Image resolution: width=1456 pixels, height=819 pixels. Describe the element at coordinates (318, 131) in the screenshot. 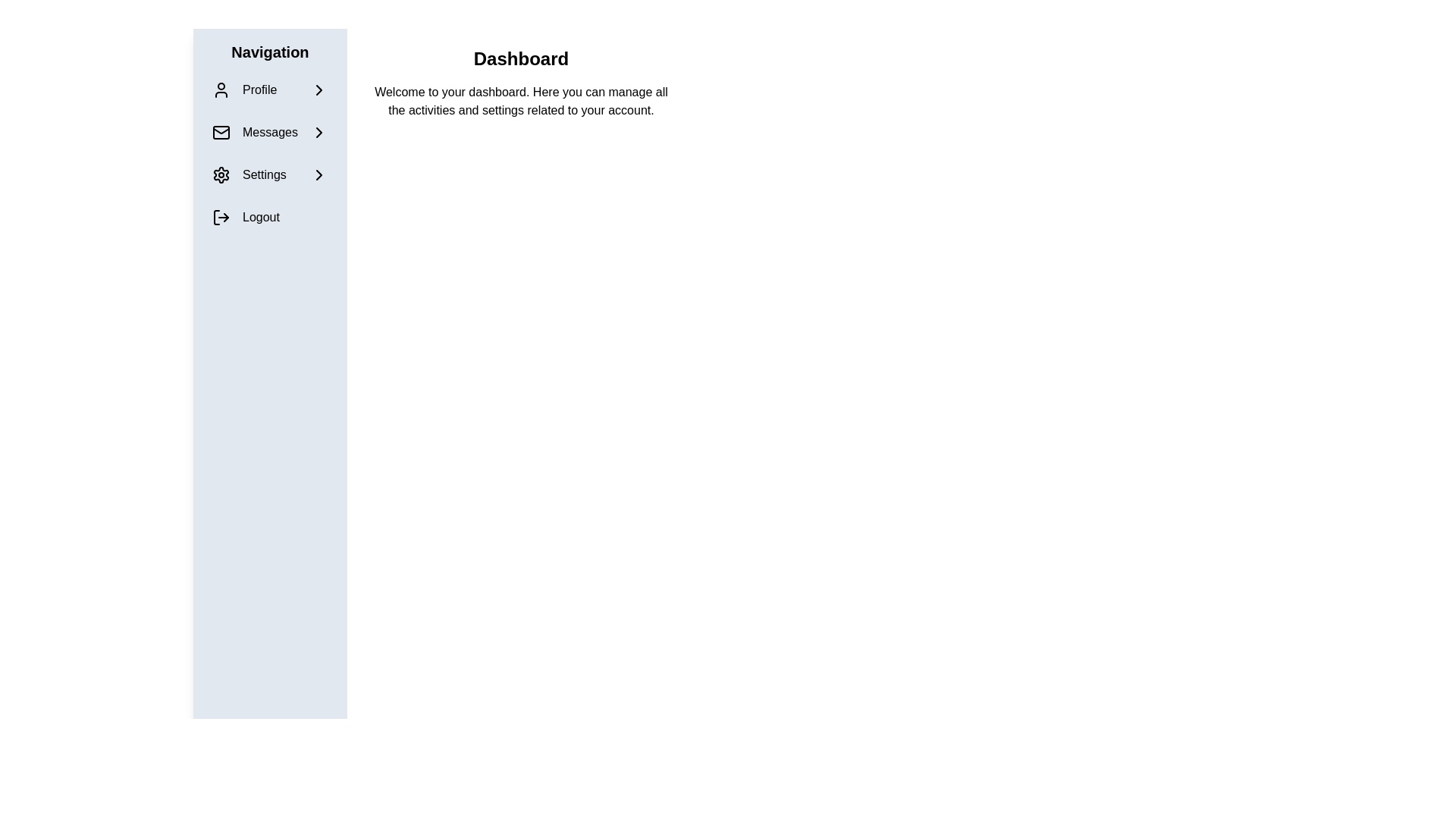

I see `the arrow icon located in the navigation bar to the right of the 'Messages' label` at that location.